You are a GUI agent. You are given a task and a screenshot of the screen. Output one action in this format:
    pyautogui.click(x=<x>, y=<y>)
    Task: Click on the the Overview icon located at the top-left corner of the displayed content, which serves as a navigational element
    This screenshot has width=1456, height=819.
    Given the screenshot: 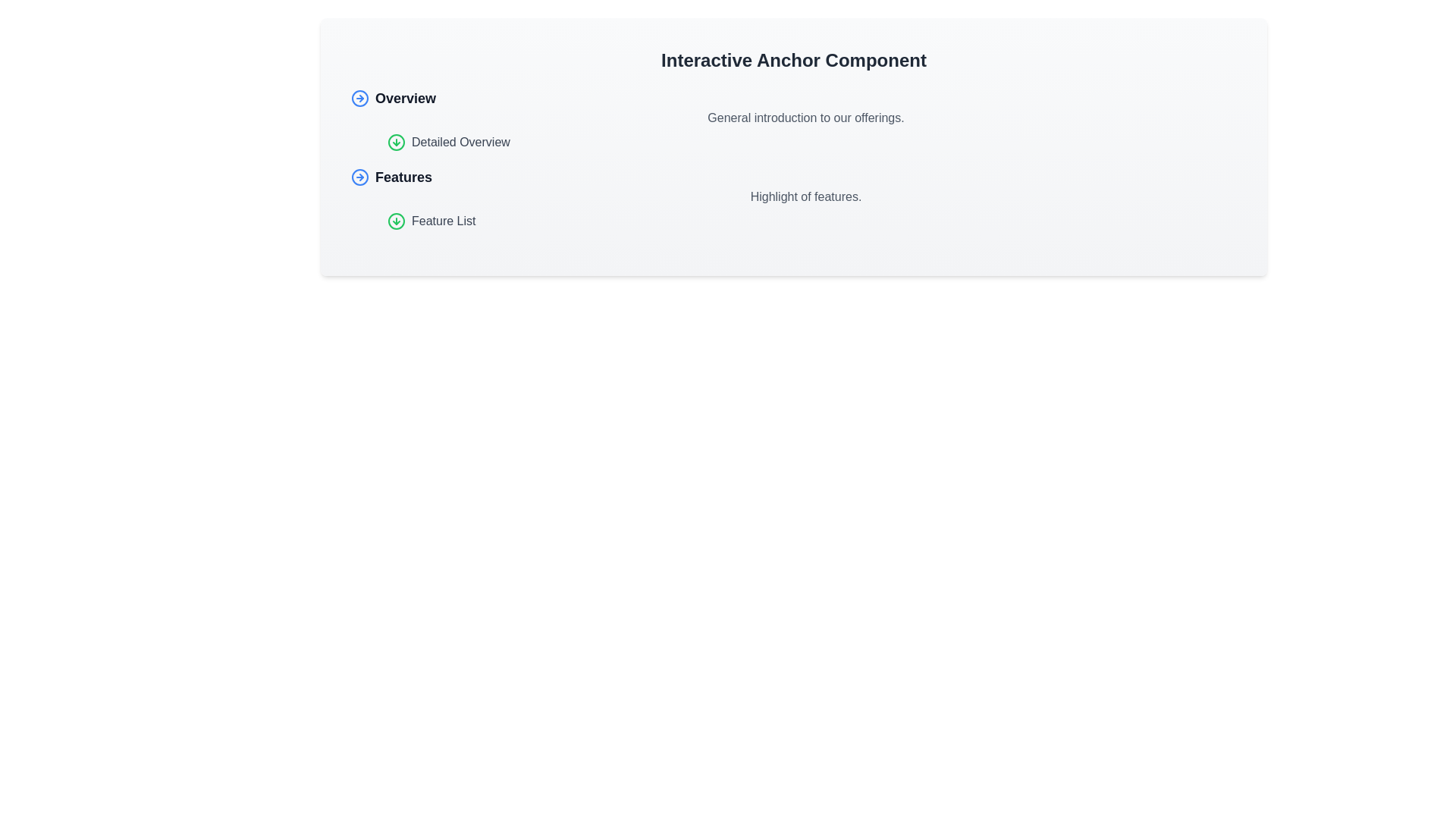 What is the action you would take?
    pyautogui.click(x=359, y=99)
    